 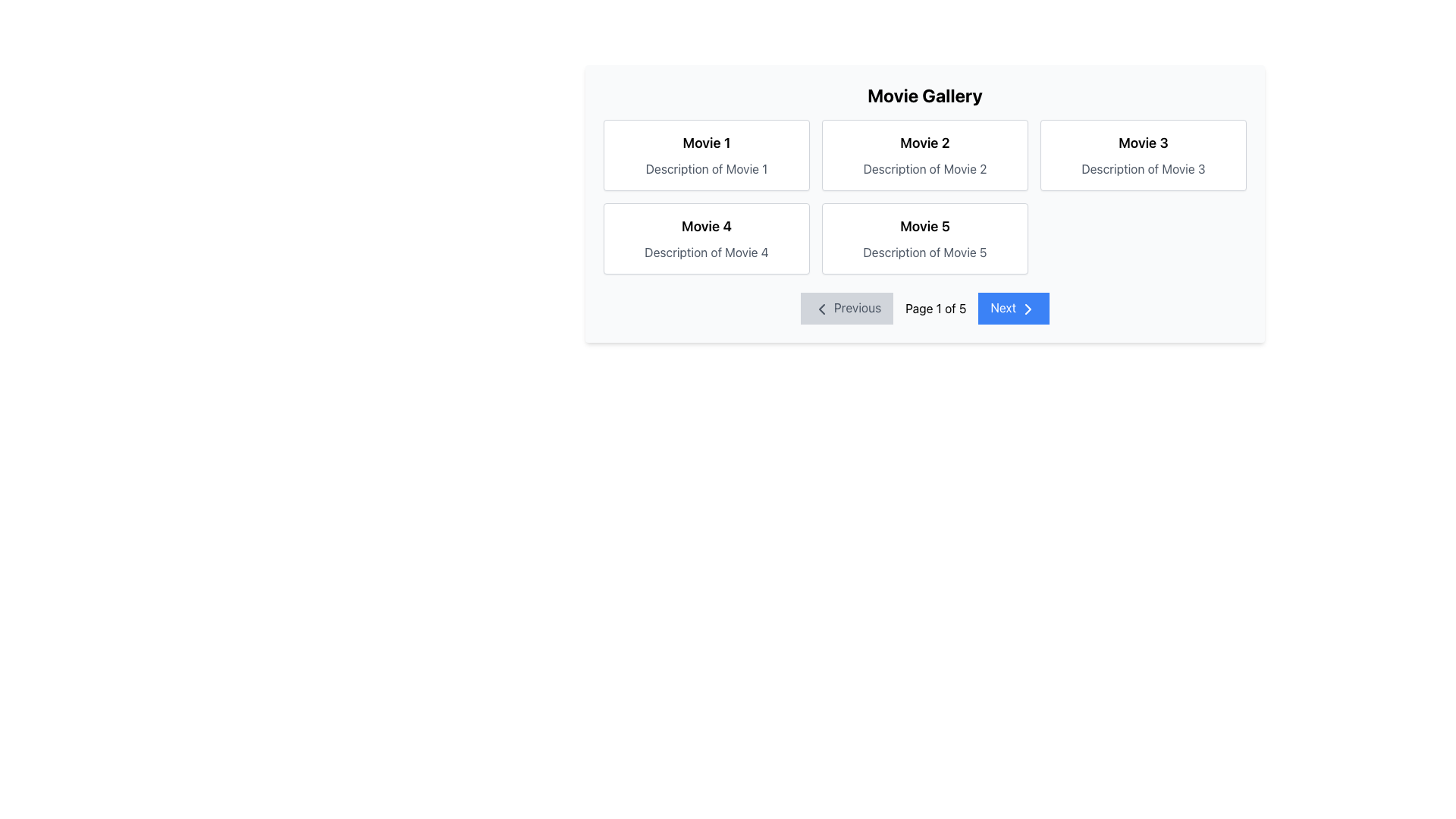 I want to click on informational text providing a description or subtitle for the movie titled 'Movie 4', located within the white card in the bottom-left cell of the 2x3 grid layout, so click(x=705, y=251).